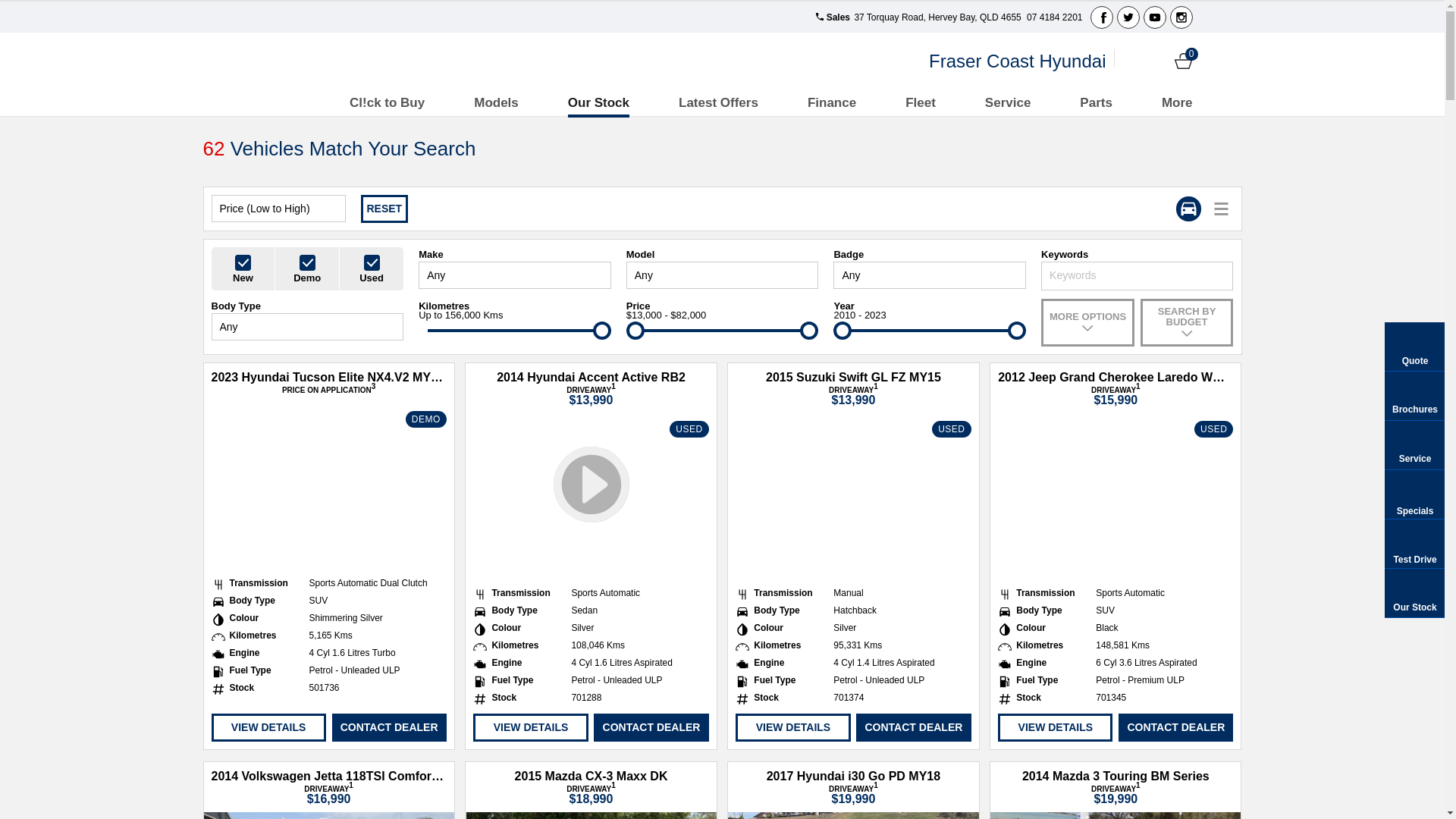 The width and height of the screenshot is (1456, 819). What do you see at coordinates (359, 209) in the screenshot?
I see `'RESET'` at bounding box center [359, 209].